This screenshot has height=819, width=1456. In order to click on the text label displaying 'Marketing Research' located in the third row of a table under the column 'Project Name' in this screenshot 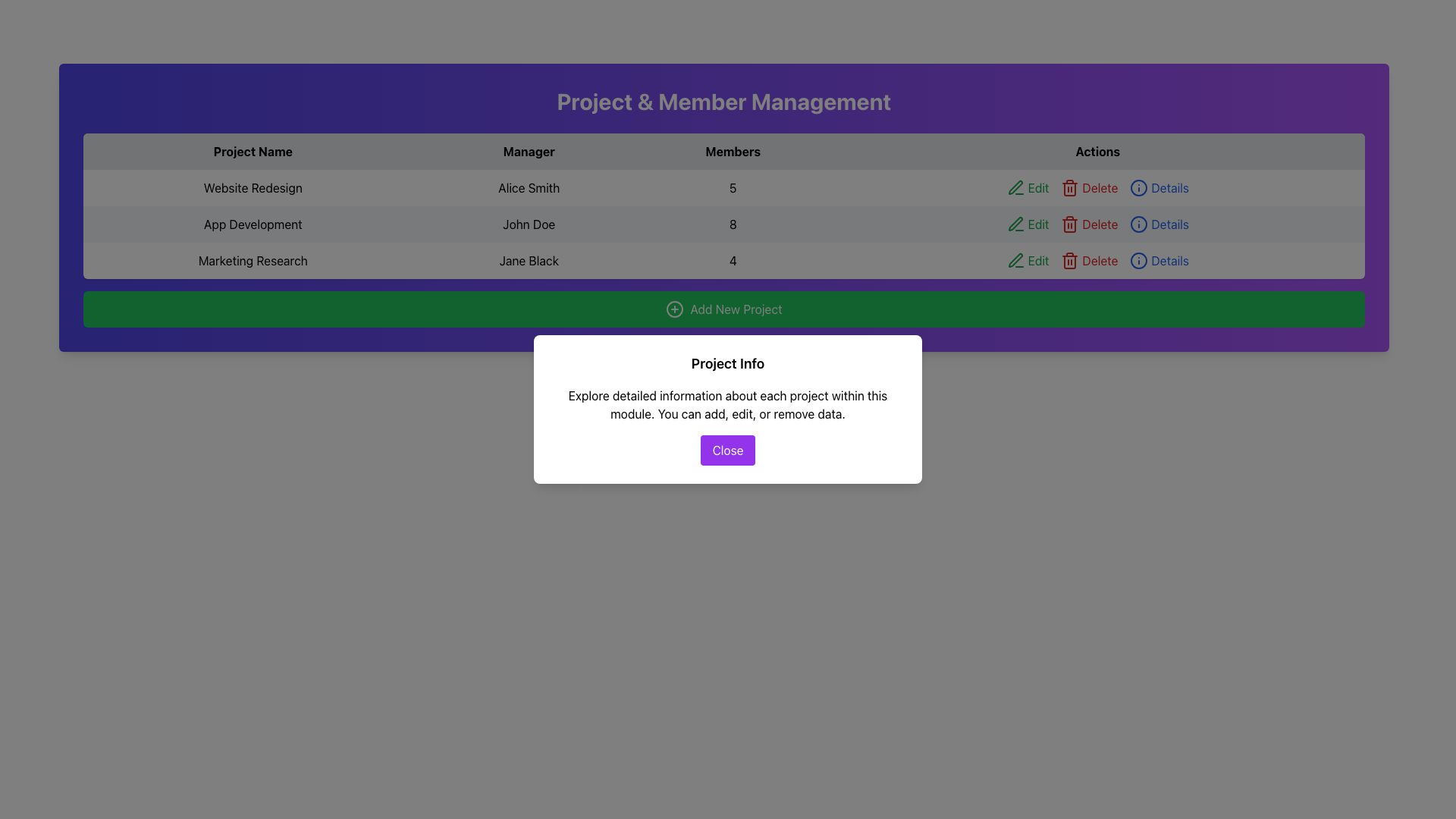, I will do `click(253, 259)`.